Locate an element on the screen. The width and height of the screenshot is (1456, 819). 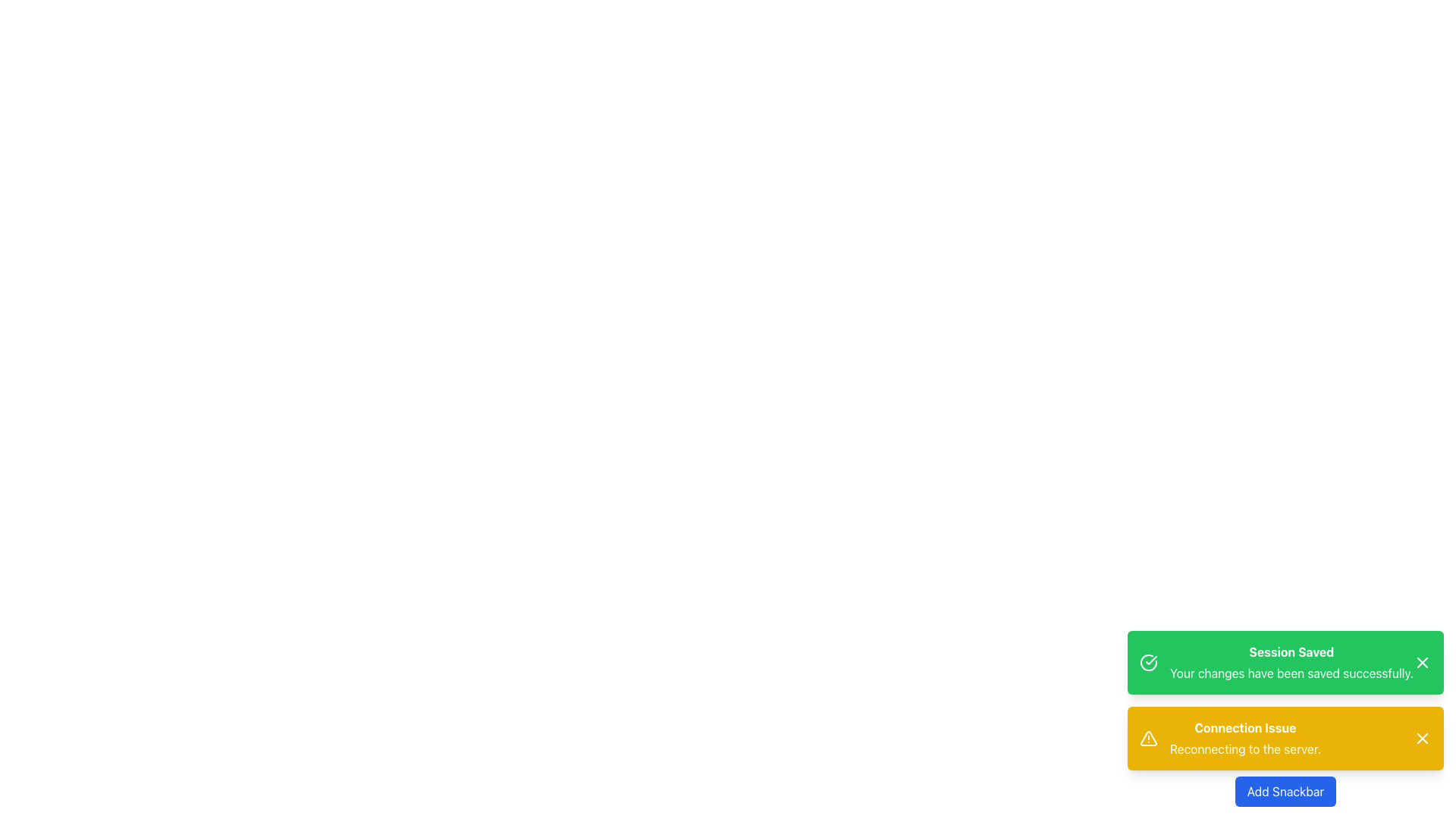
the SVG checkmark circle icon located at the leftmost side of the green notification bar that indicates 'Session Saved' as visual feedback is located at coordinates (1148, 662).